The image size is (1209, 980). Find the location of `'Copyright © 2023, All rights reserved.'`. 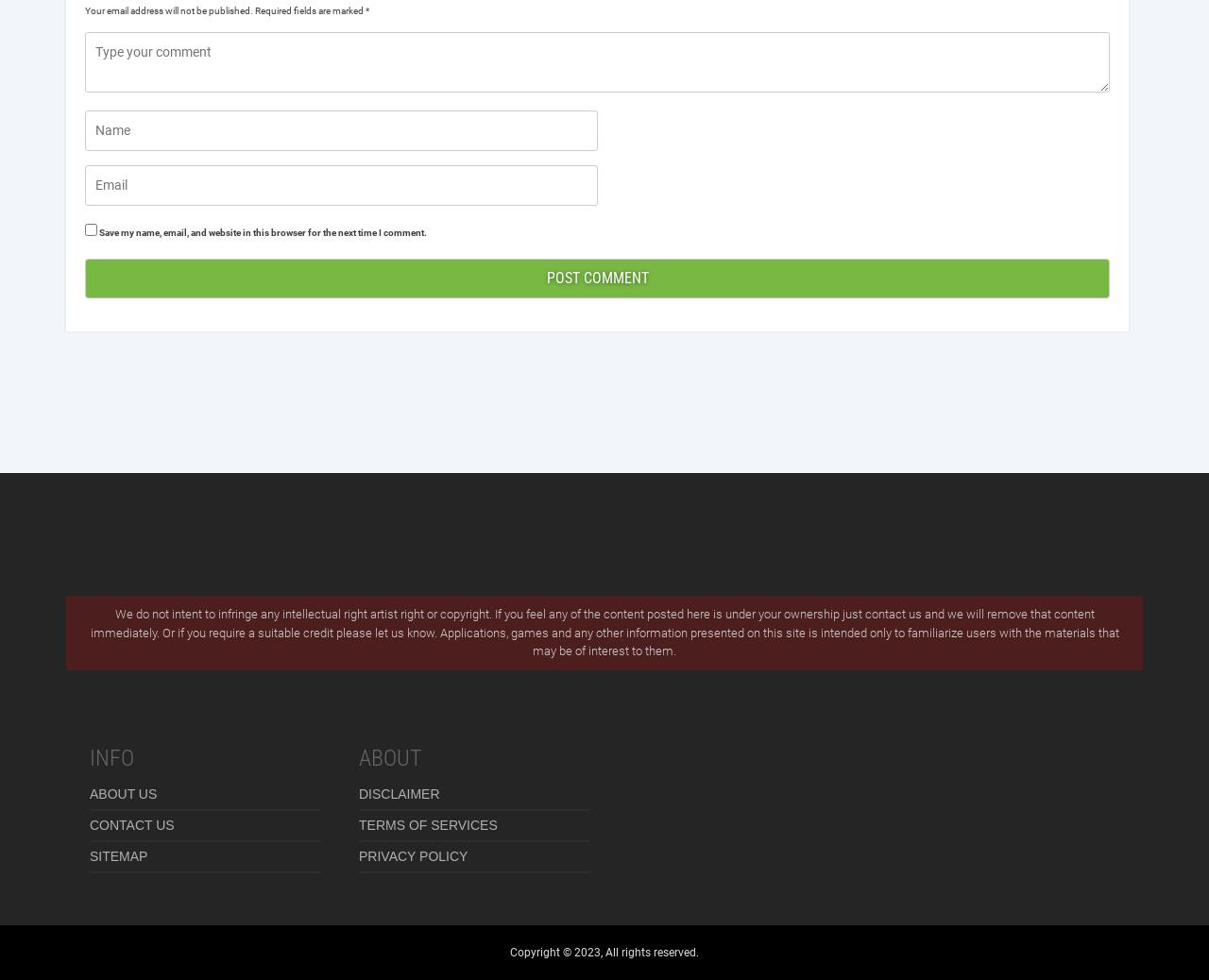

'Copyright © 2023, All rights reserved.' is located at coordinates (604, 953).